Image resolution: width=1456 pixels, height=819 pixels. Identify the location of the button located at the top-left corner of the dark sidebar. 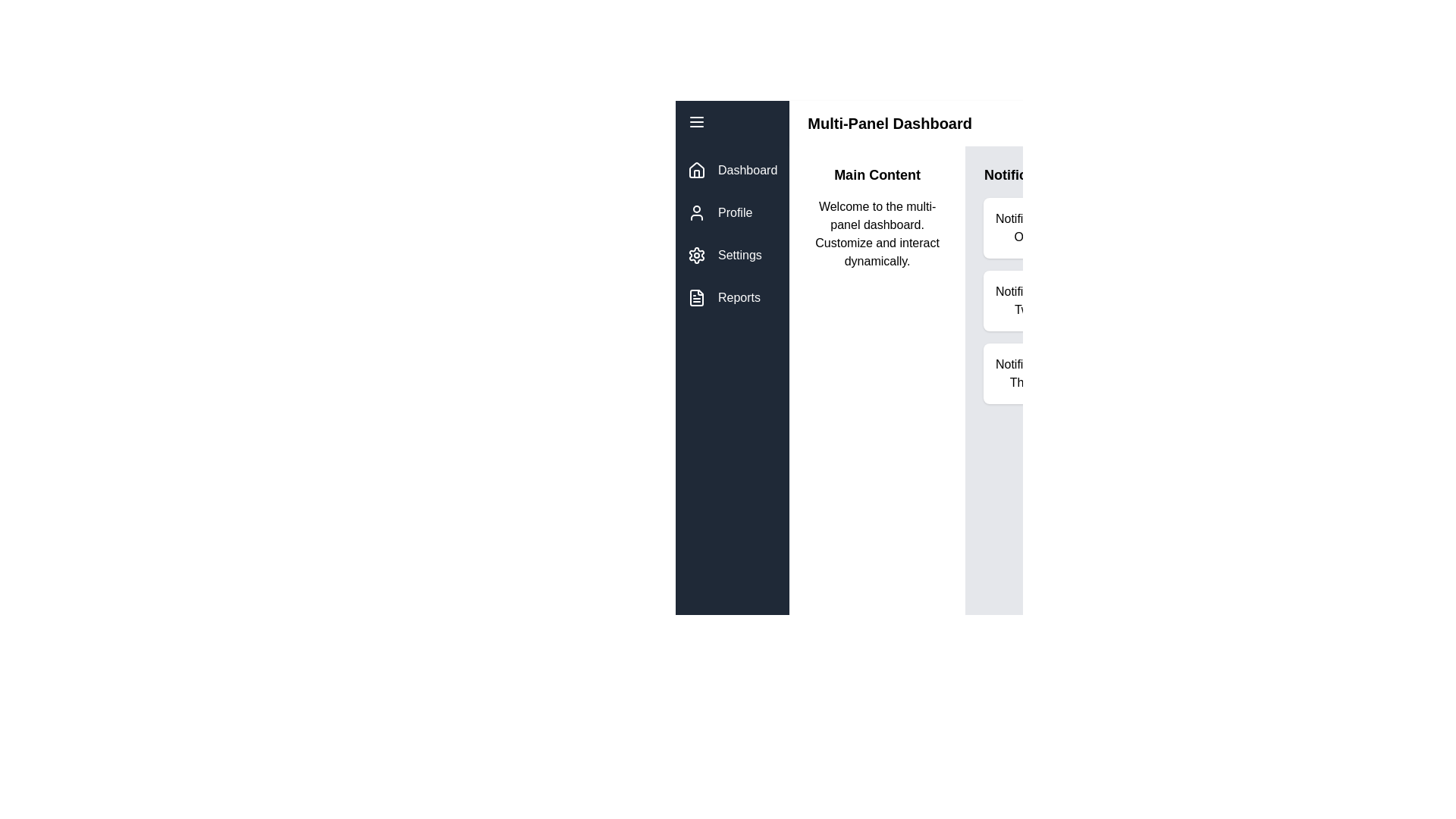
(695, 121).